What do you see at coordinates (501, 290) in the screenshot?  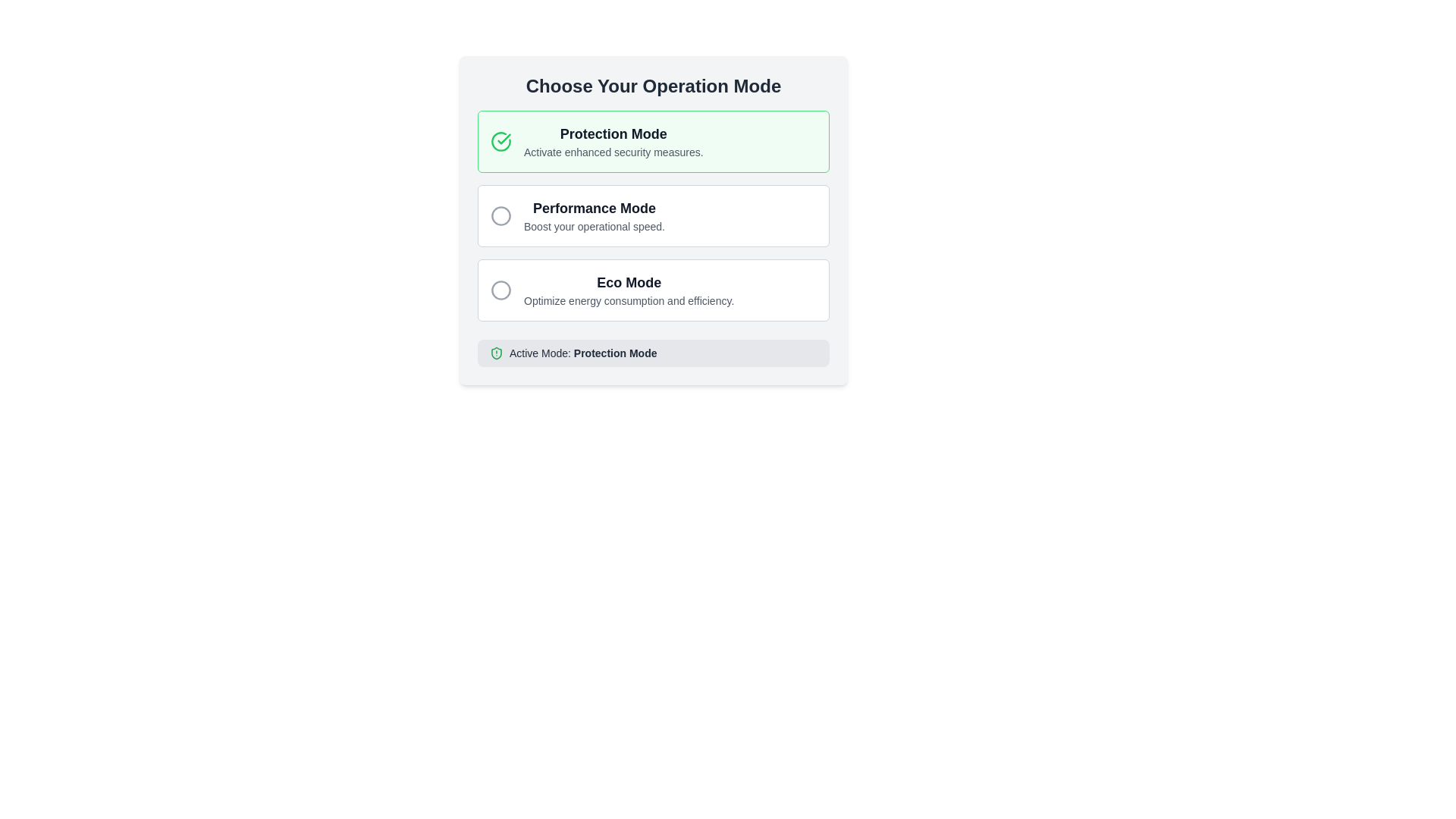 I see `the interactive selection indicator for the 'Eco Mode' option` at bounding box center [501, 290].